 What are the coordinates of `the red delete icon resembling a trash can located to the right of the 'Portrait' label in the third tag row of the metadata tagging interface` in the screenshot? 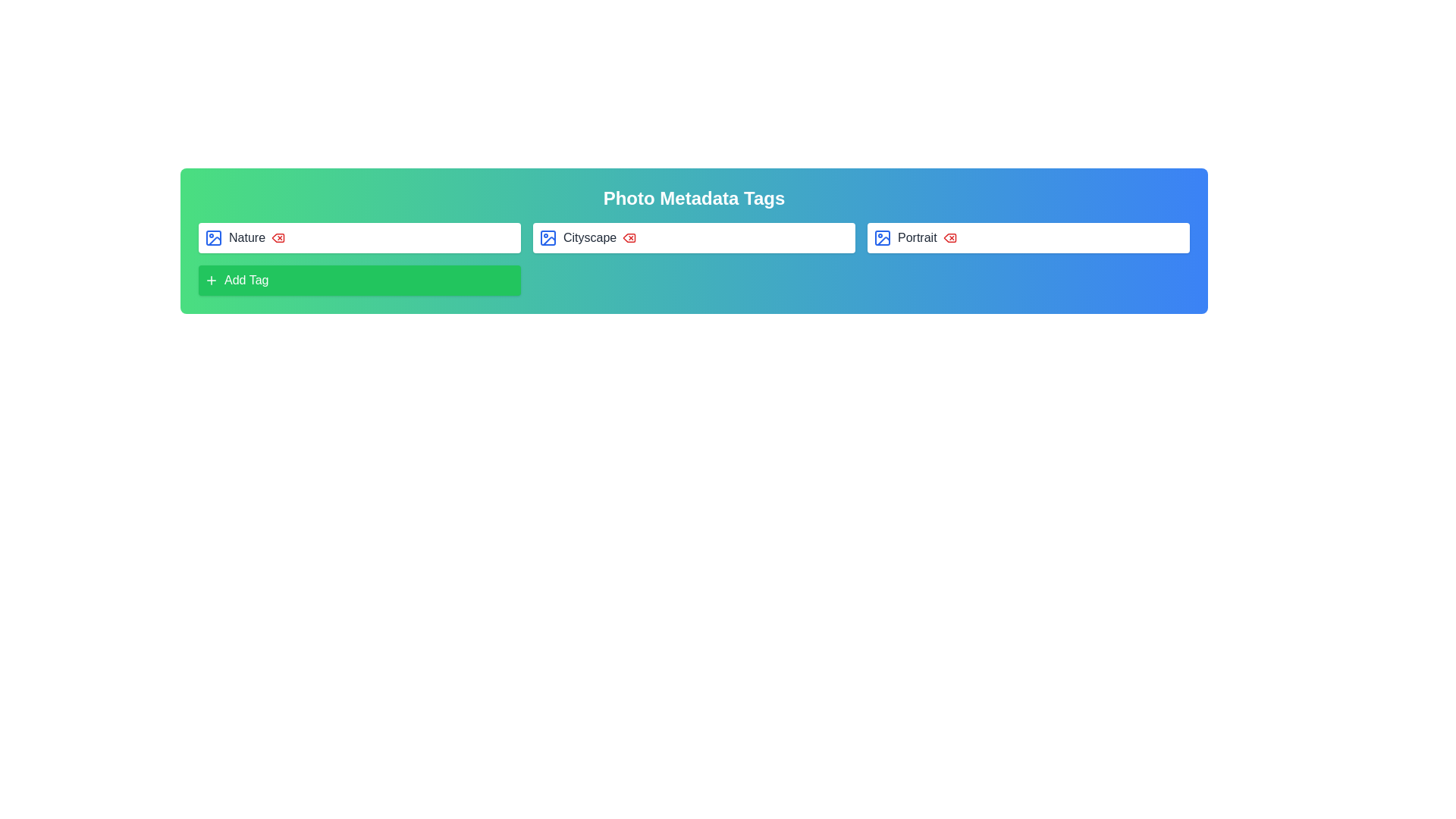 It's located at (949, 237).